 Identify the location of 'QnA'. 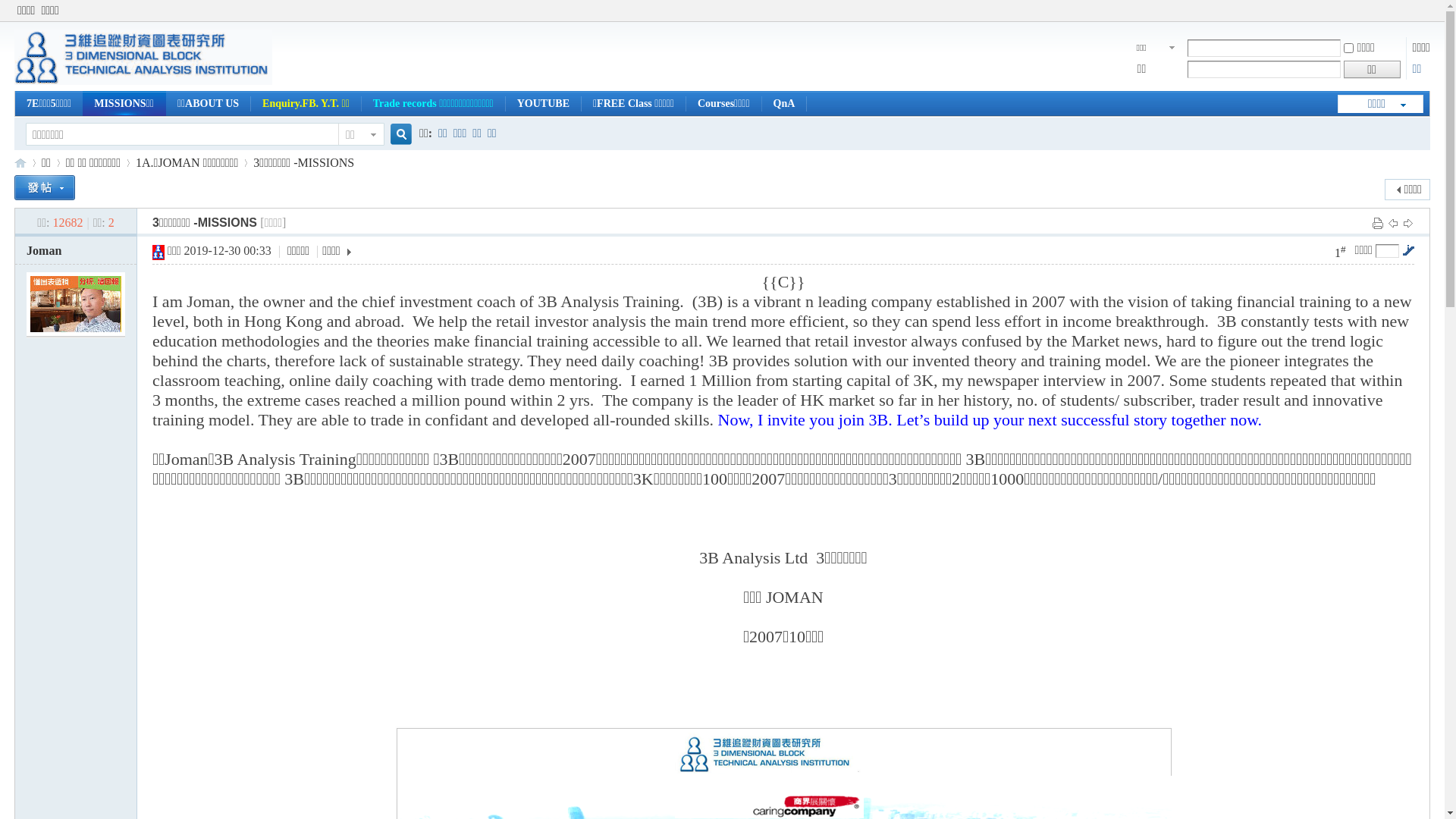
(784, 102).